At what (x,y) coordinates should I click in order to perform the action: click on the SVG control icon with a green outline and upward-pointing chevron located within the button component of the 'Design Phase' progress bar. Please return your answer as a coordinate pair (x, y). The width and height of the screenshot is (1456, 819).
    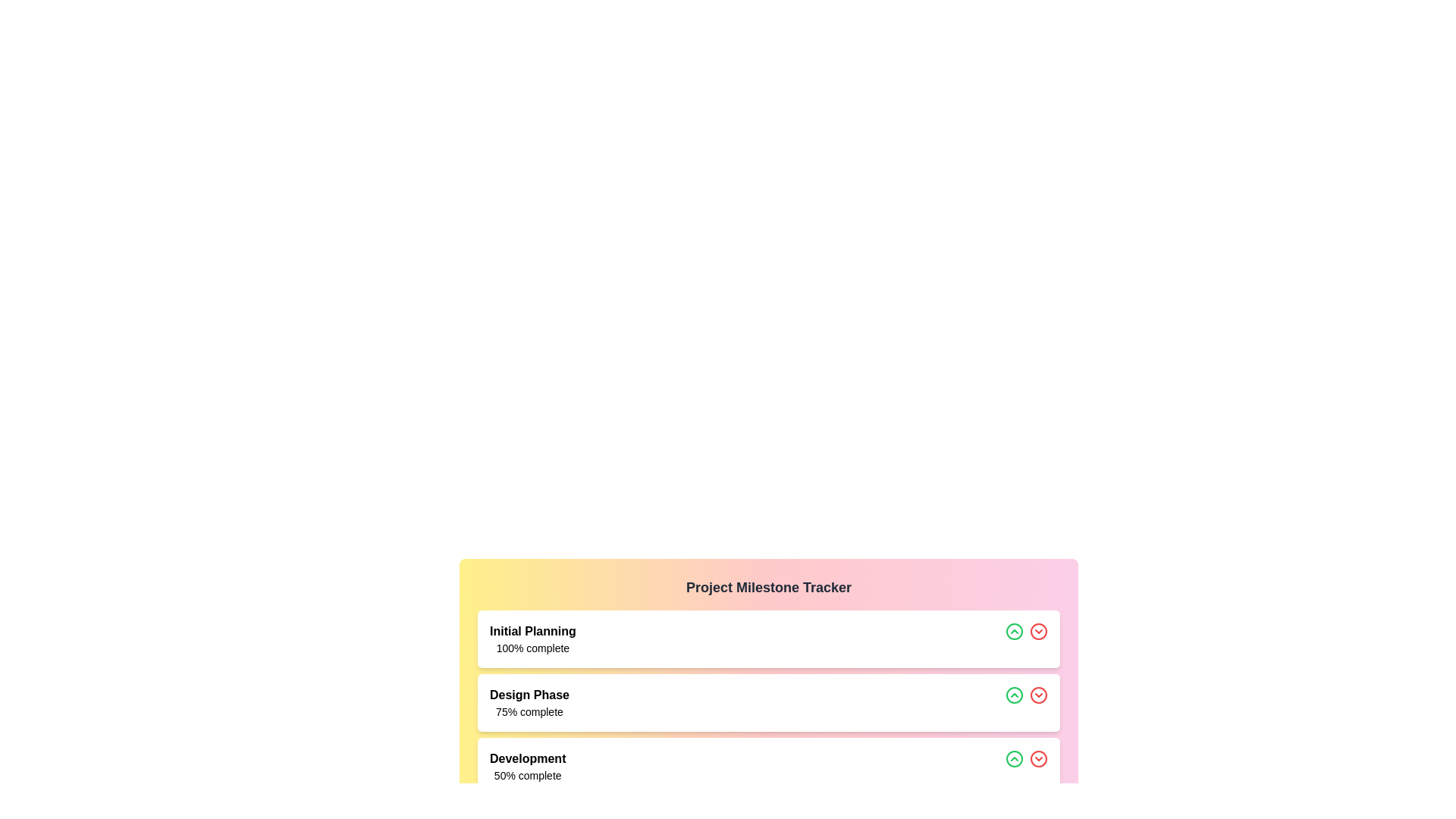
    Looking at the image, I should click on (1015, 632).